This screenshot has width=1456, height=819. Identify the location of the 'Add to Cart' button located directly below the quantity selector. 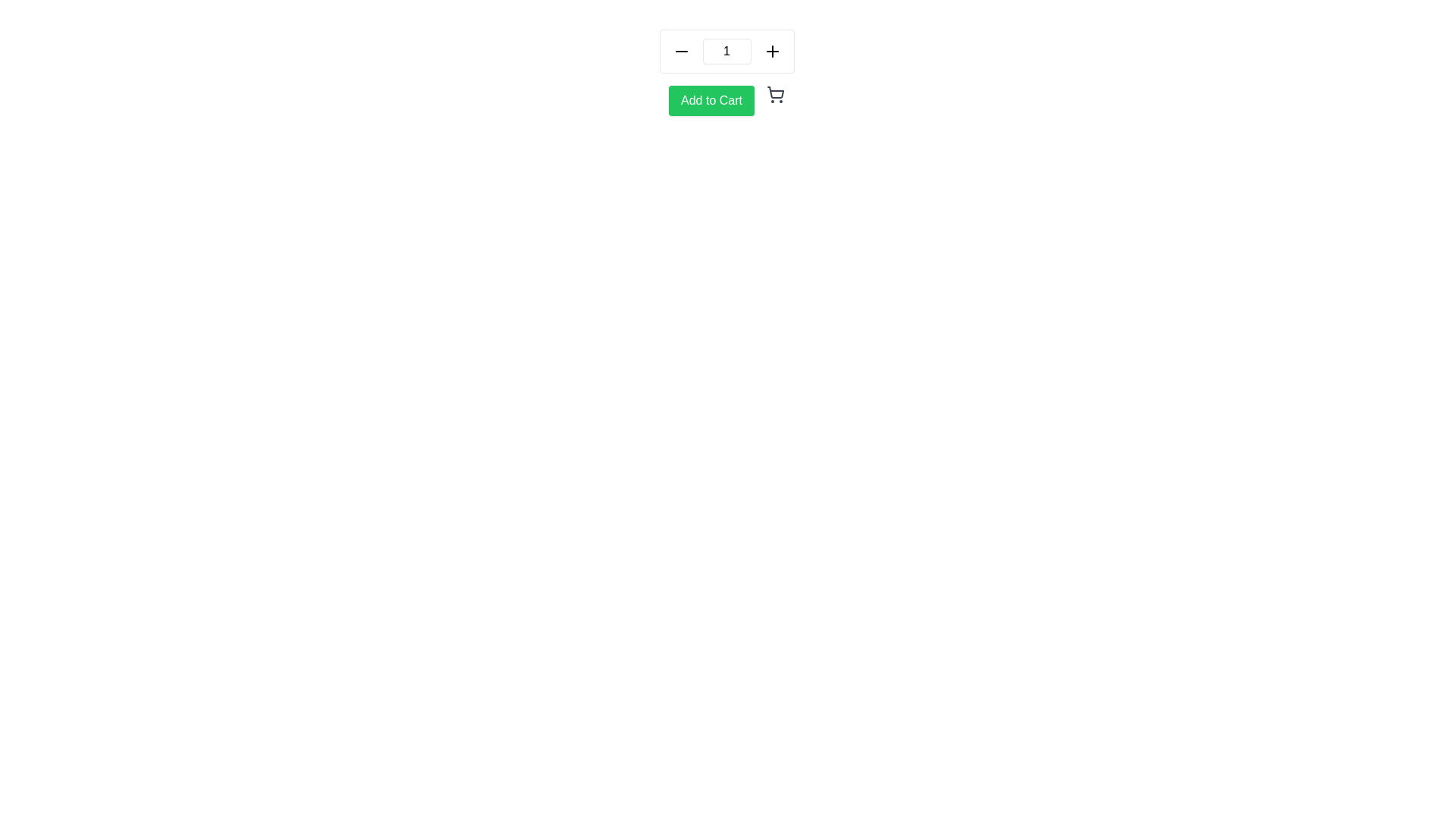
(726, 100).